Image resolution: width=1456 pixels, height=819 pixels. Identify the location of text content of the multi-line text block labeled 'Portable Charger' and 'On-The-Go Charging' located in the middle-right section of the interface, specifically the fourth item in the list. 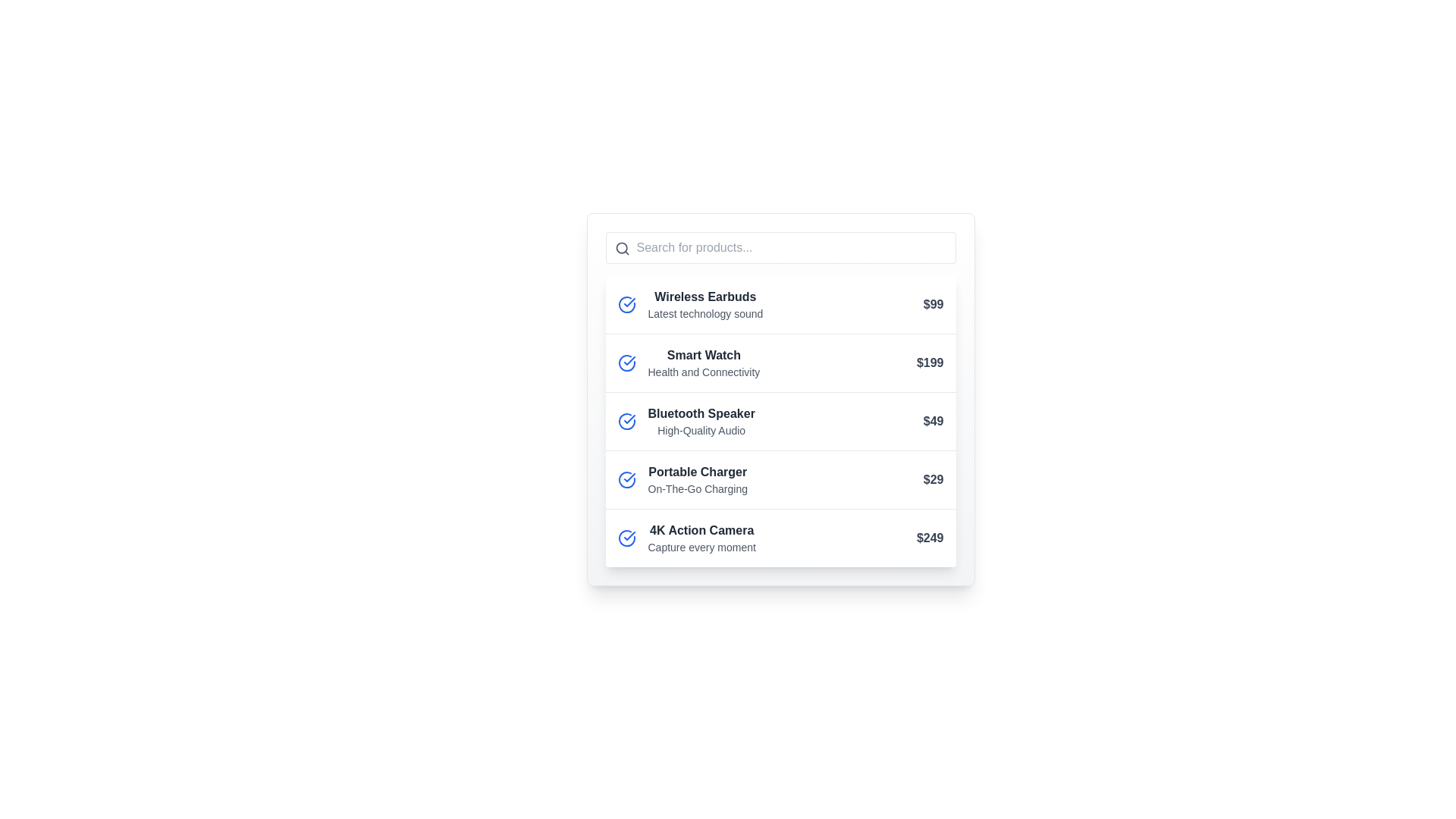
(697, 479).